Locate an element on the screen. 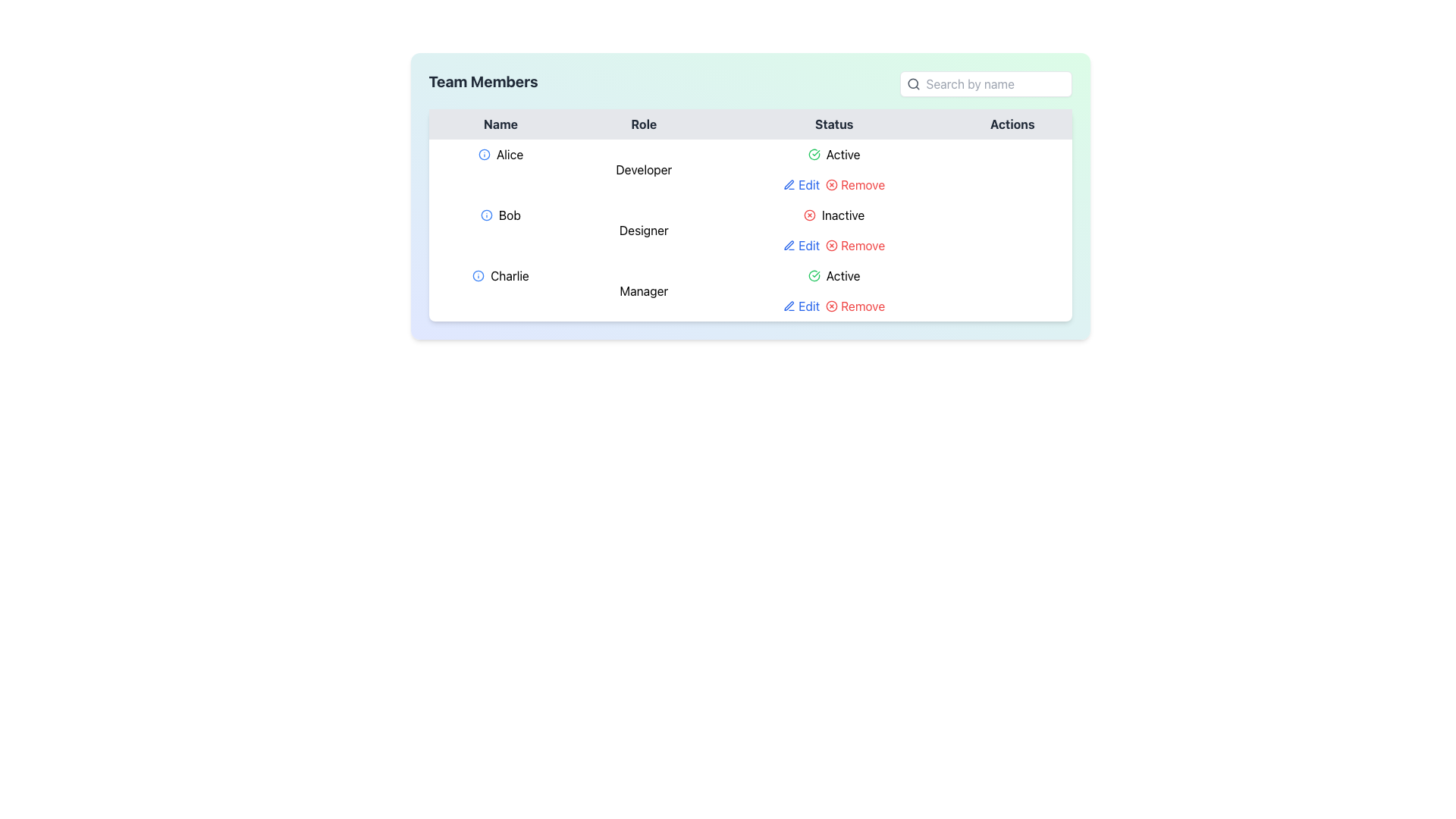  keyboard navigation is located at coordinates (478, 275).